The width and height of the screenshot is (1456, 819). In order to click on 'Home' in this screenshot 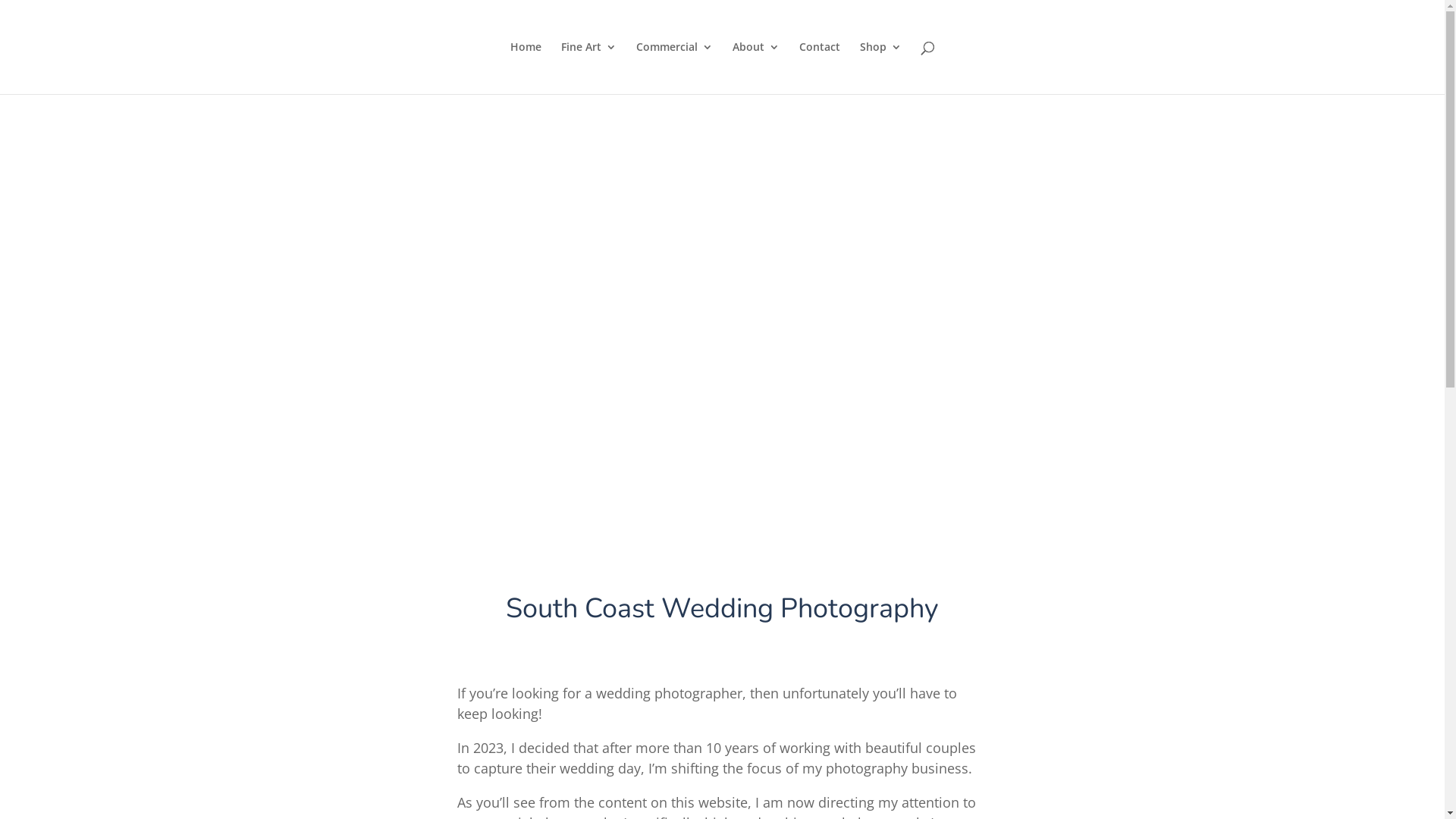, I will do `click(510, 67)`.